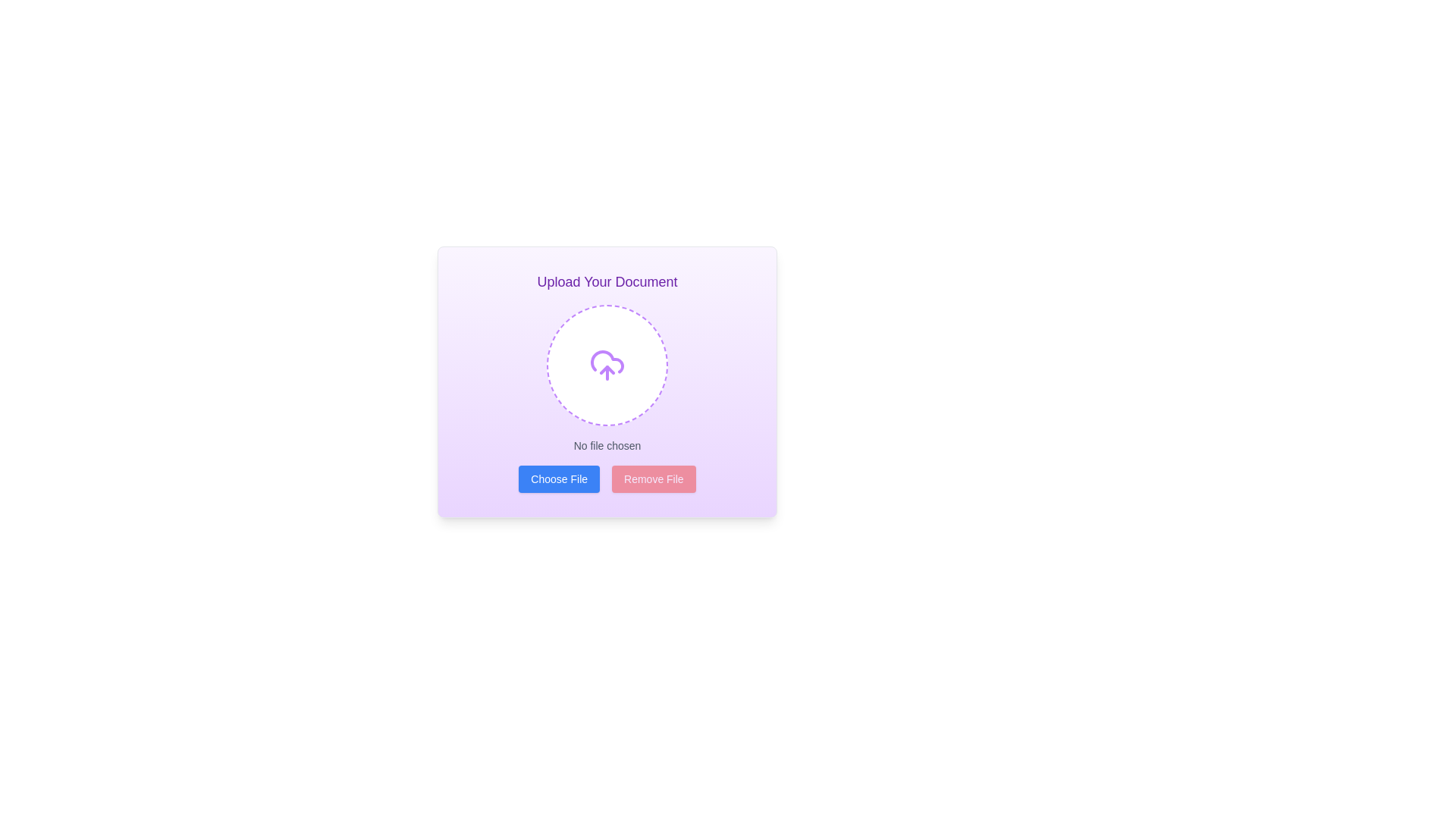 The height and width of the screenshot is (819, 1456). Describe the element at coordinates (607, 366) in the screenshot. I see `the vibrant purple cloud icon with an upward arrow, located in the dashed circular border at the top of the upload interface, to interact with the upload functionality` at that location.